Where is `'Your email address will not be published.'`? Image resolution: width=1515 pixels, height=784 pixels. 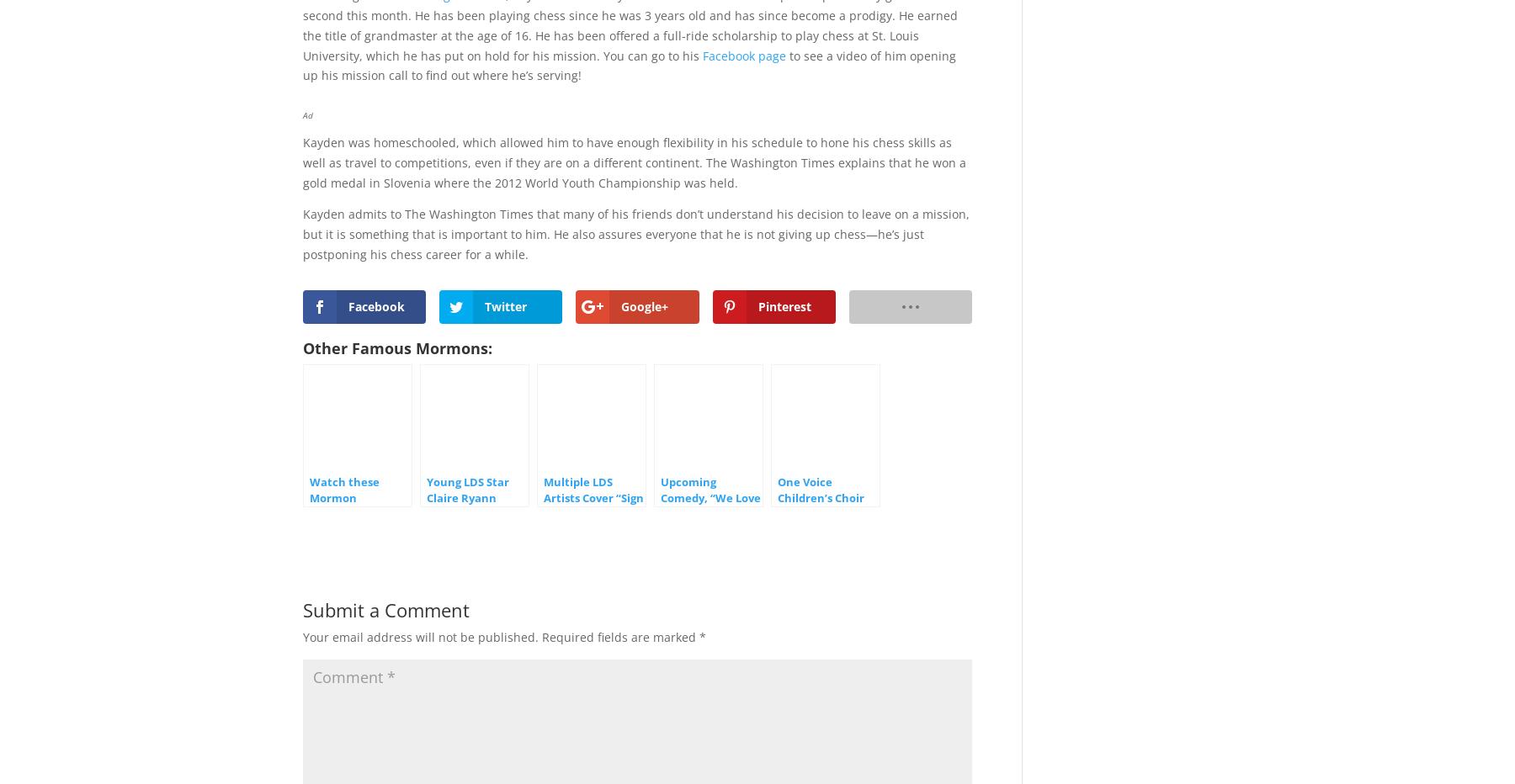 'Your email address will not be published.' is located at coordinates (420, 636).